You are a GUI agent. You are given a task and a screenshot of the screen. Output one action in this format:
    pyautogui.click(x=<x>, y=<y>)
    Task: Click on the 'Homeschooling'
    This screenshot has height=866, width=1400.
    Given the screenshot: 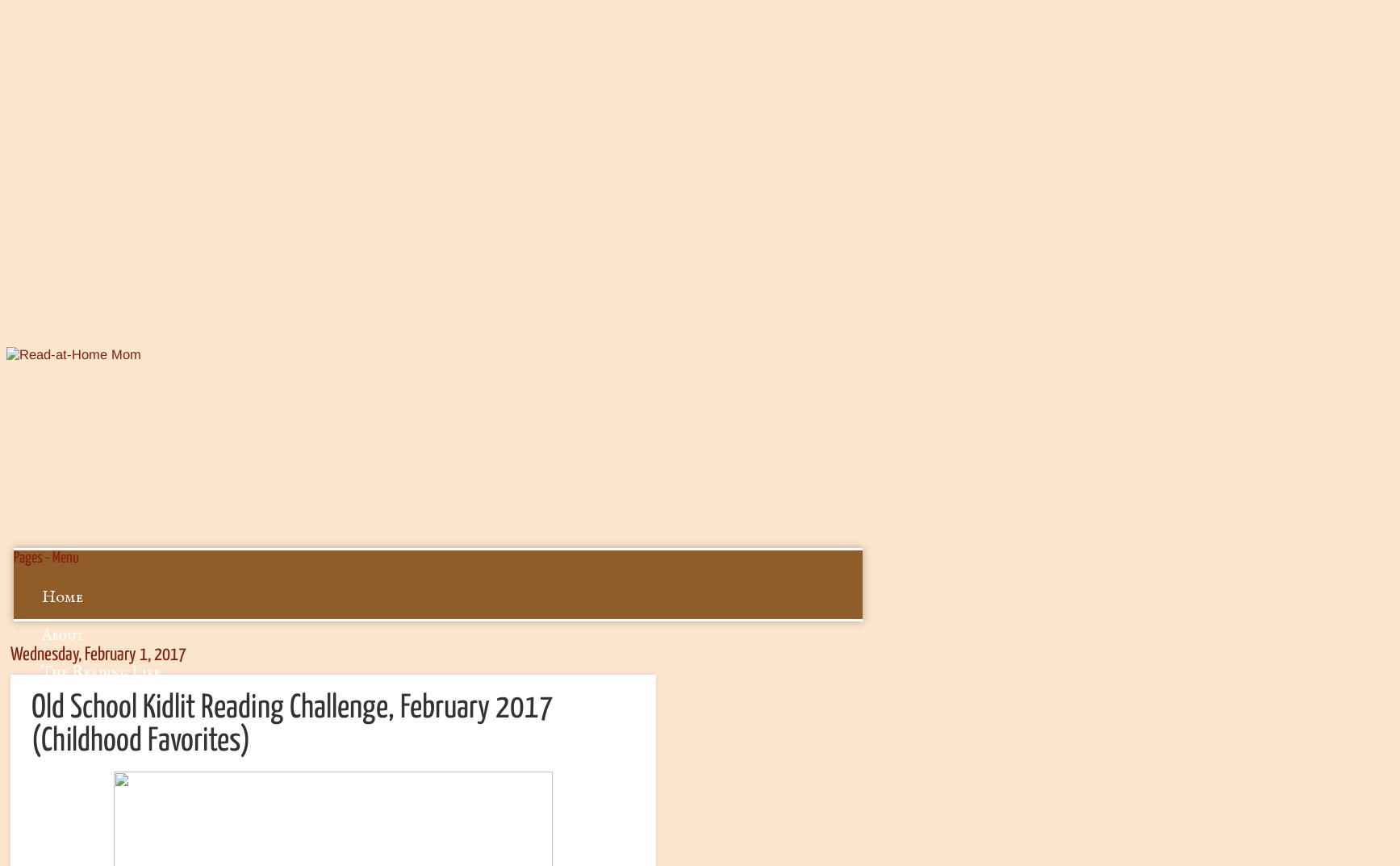 What is the action you would take?
    pyautogui.click(x=97, y=784)
    